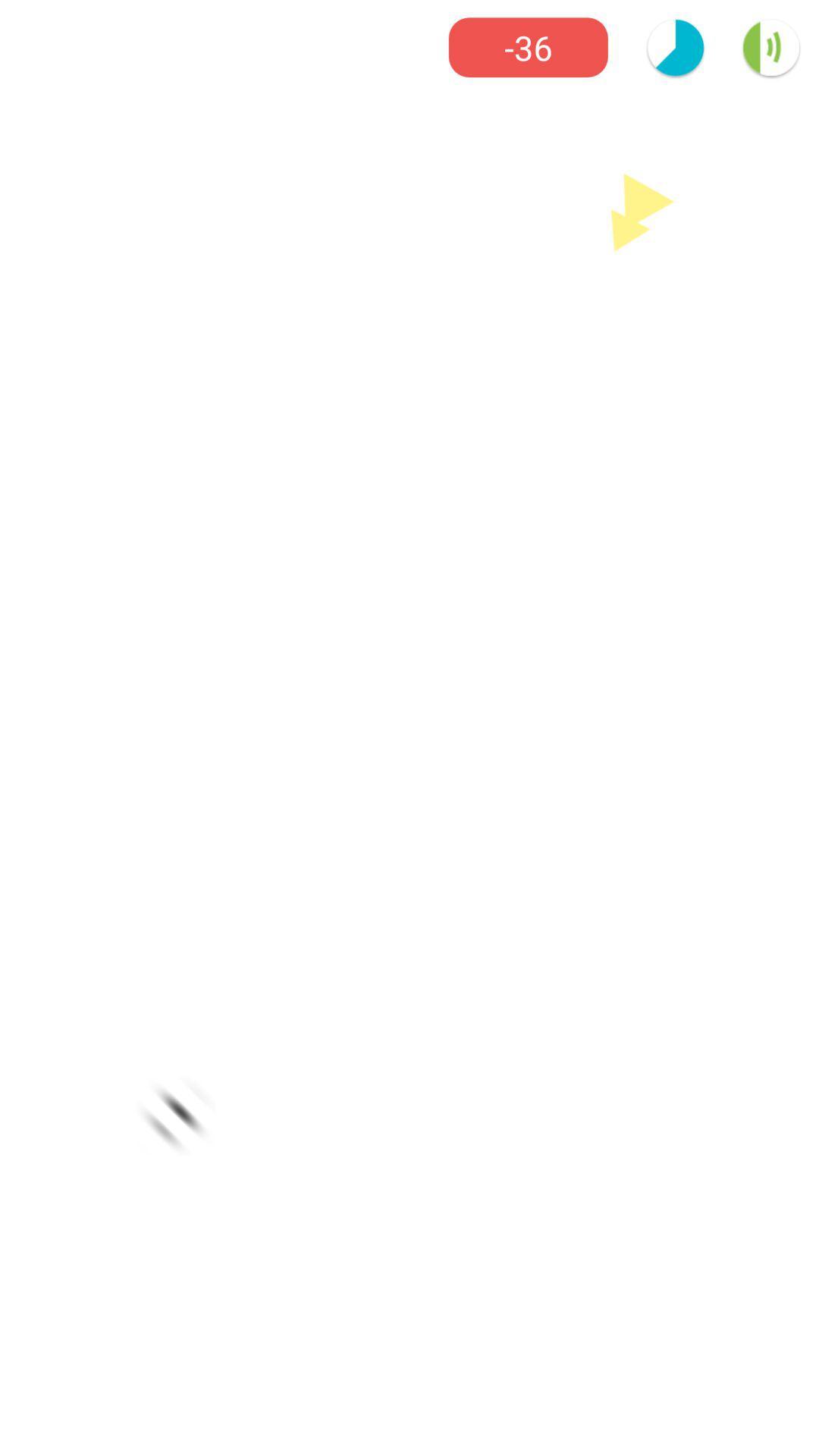 The height and width of the screenshot is (1456, 819). I want to click on the volume icon, so click(771, 47).